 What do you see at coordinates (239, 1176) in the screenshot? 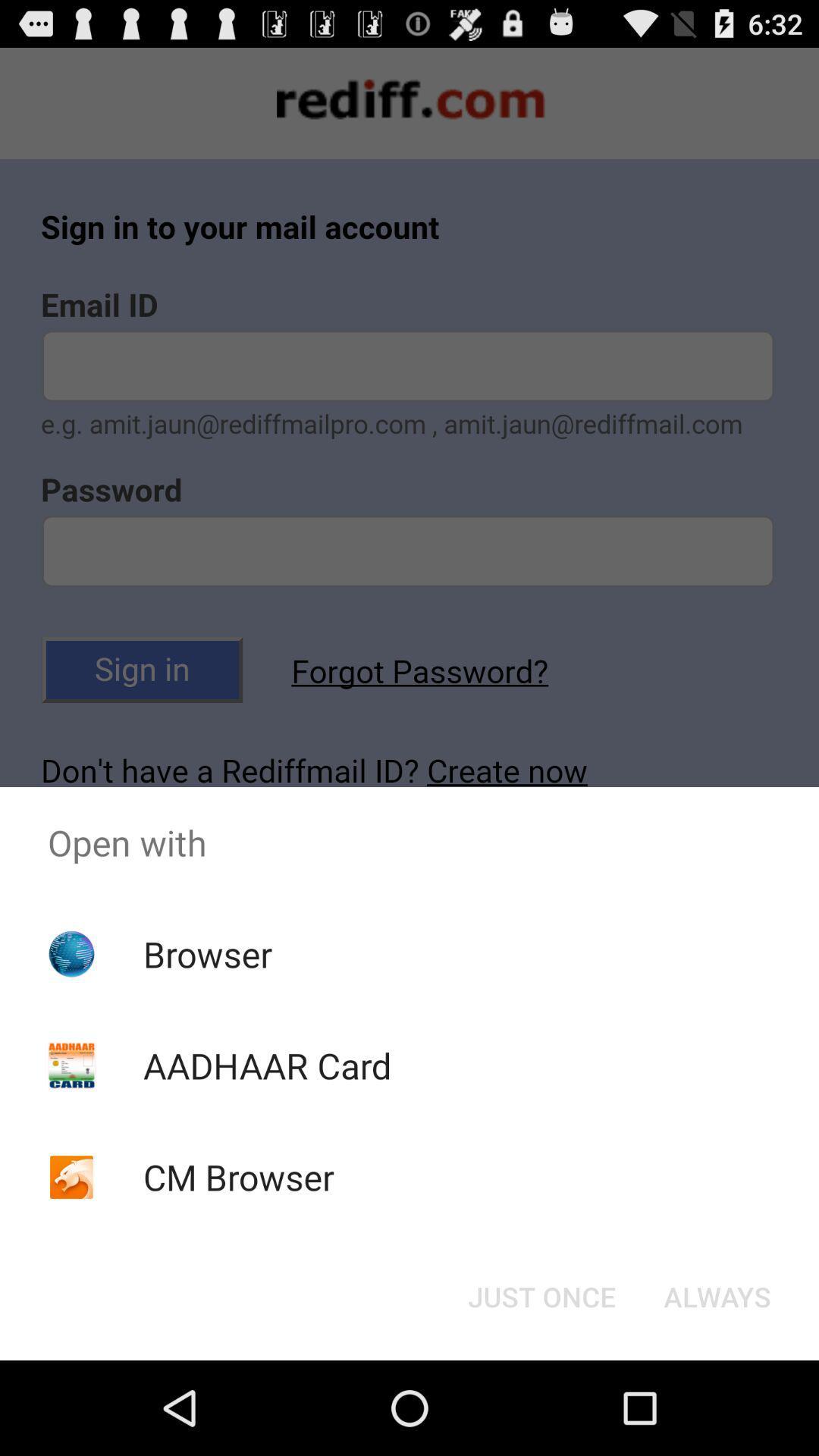
I see `the app below aadhaar card icon` at bounding box center [239, 1176].